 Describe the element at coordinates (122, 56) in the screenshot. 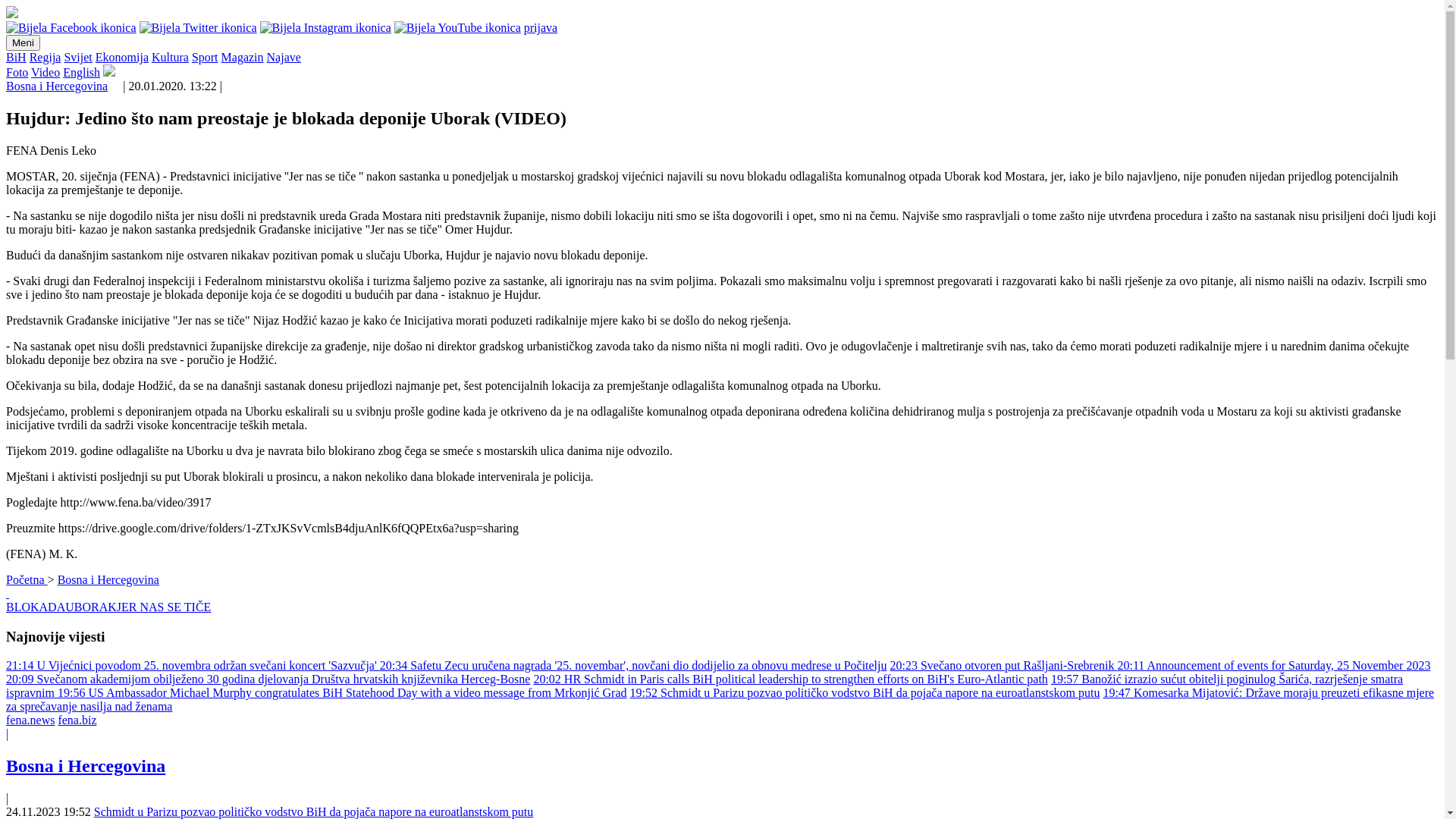

I see `'Ekonomija'` at that location.